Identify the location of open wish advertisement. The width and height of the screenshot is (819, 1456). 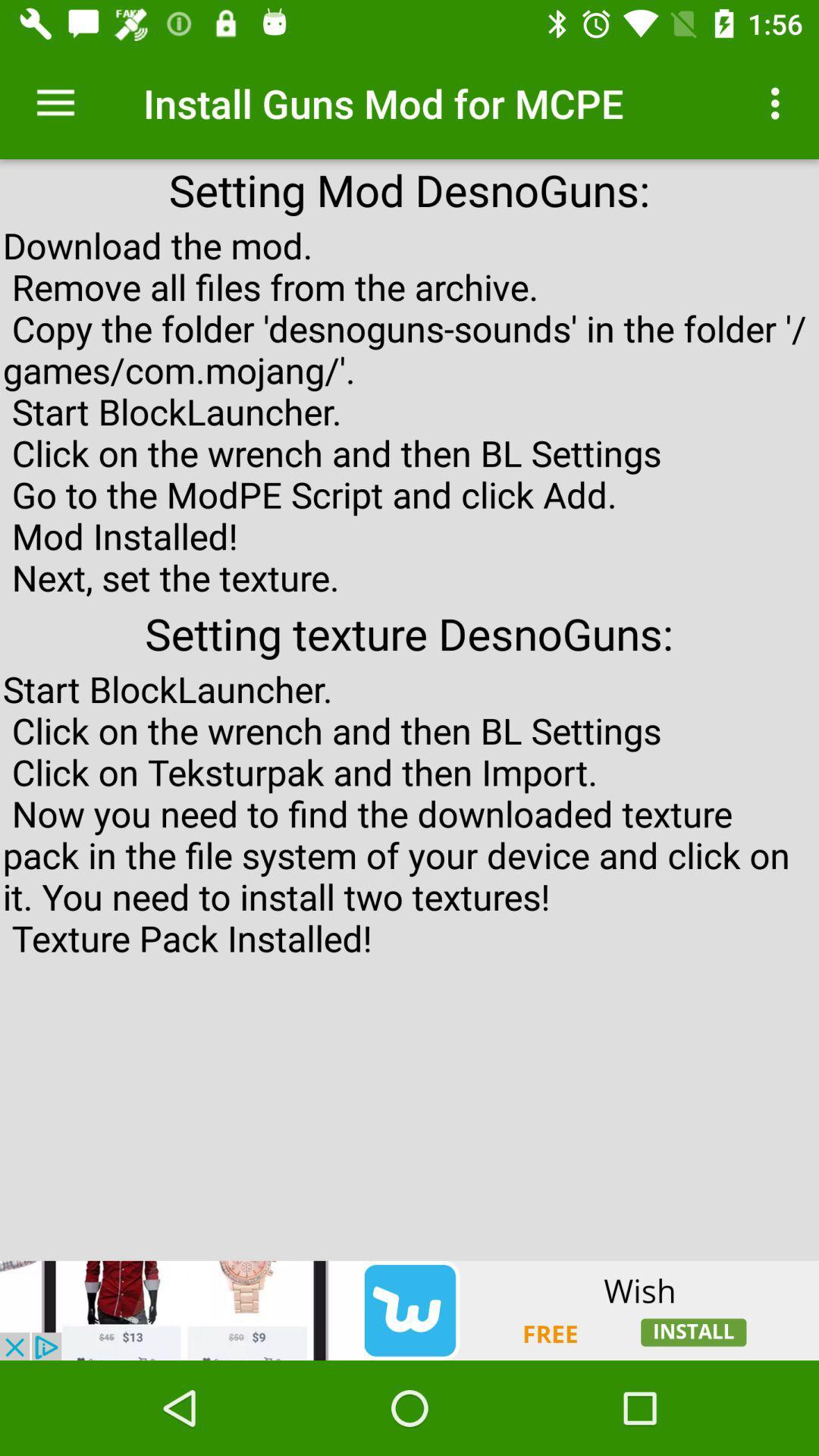
(409, 1310).